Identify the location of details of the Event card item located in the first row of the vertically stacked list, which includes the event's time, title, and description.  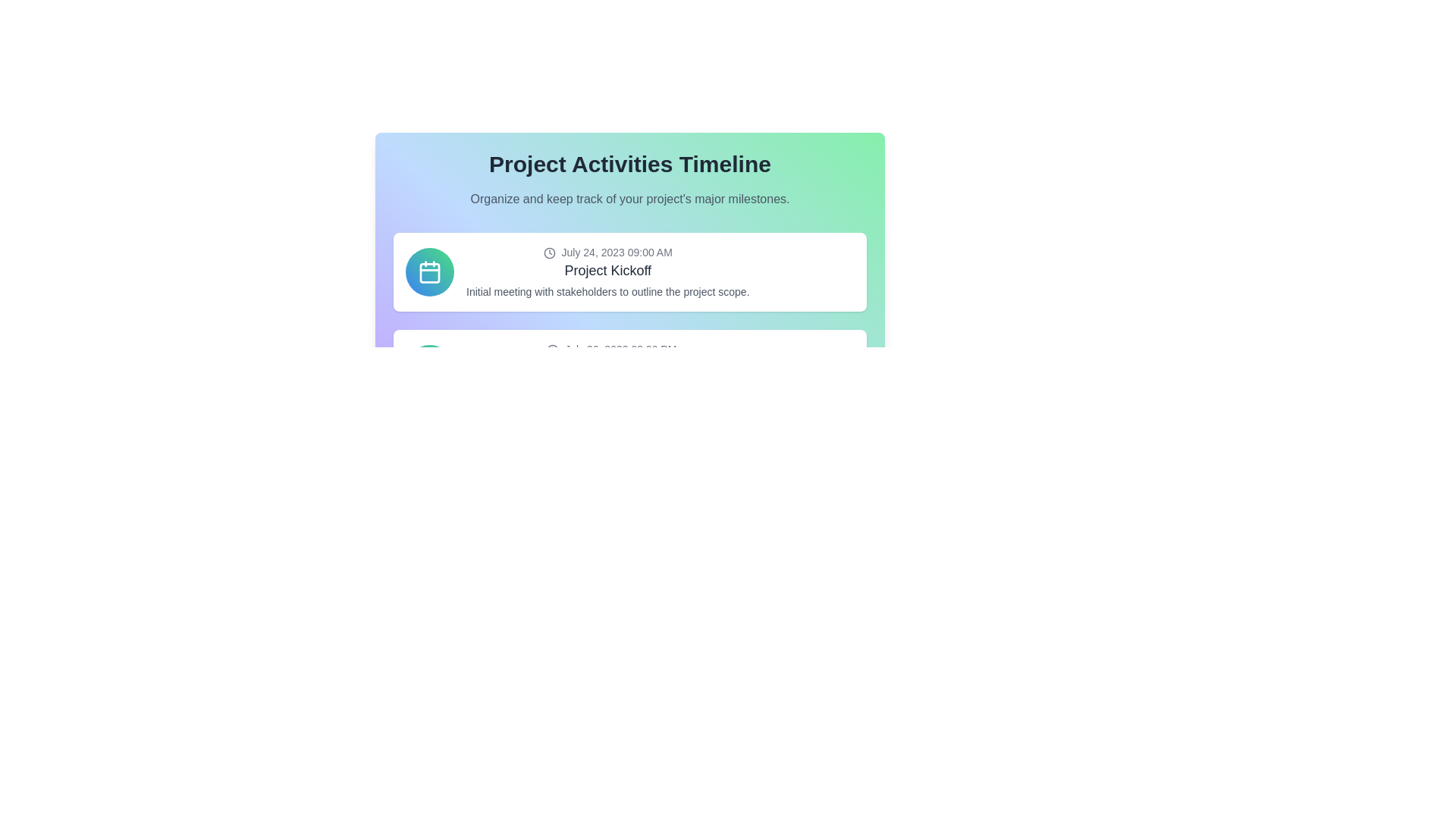
(607, 271).